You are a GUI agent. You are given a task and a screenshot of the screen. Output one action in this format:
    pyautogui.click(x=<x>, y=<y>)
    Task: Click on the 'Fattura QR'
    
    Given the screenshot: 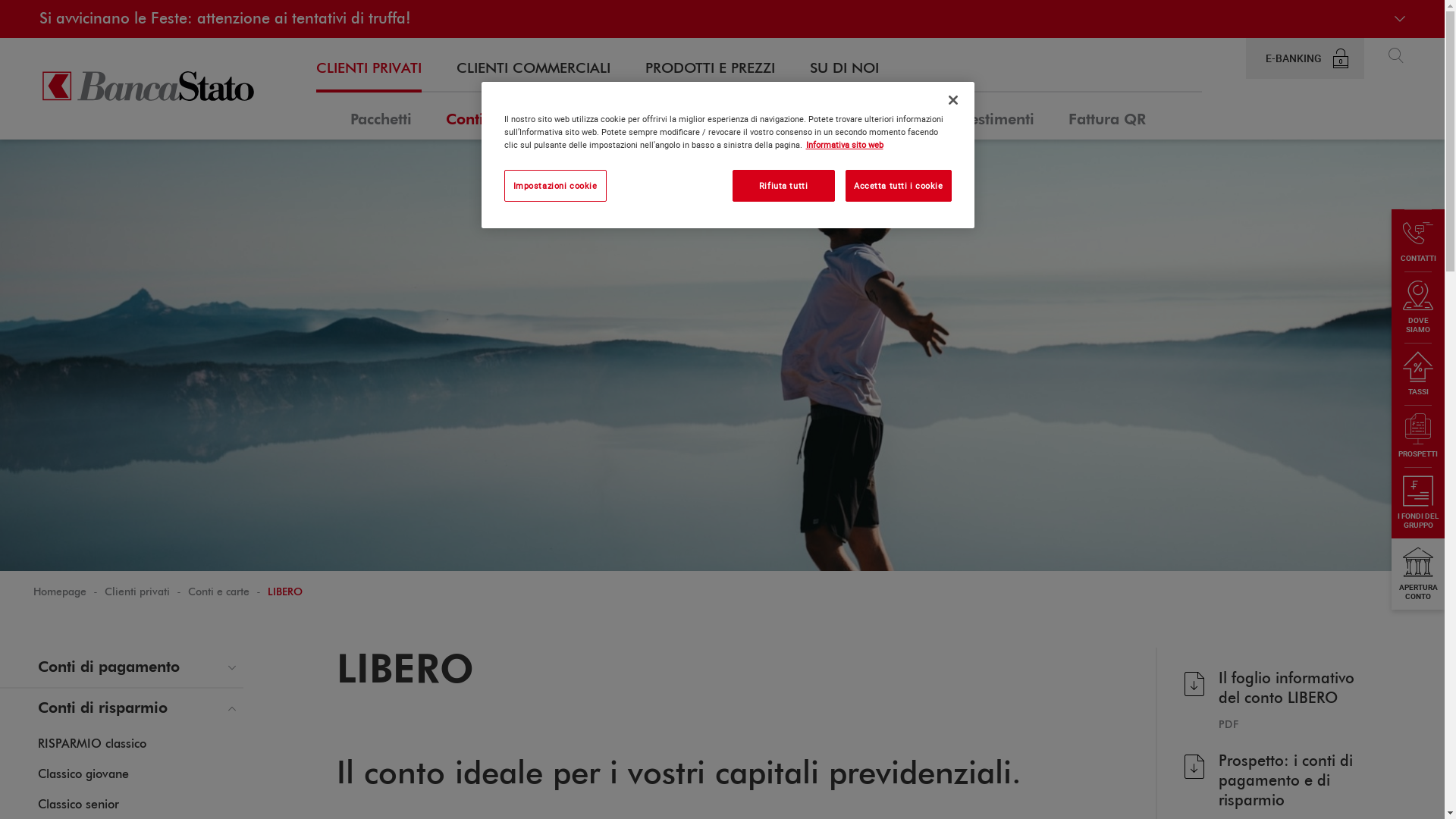 What is the action you would take?
    pyautogui.click(x=1106, y=115)
    